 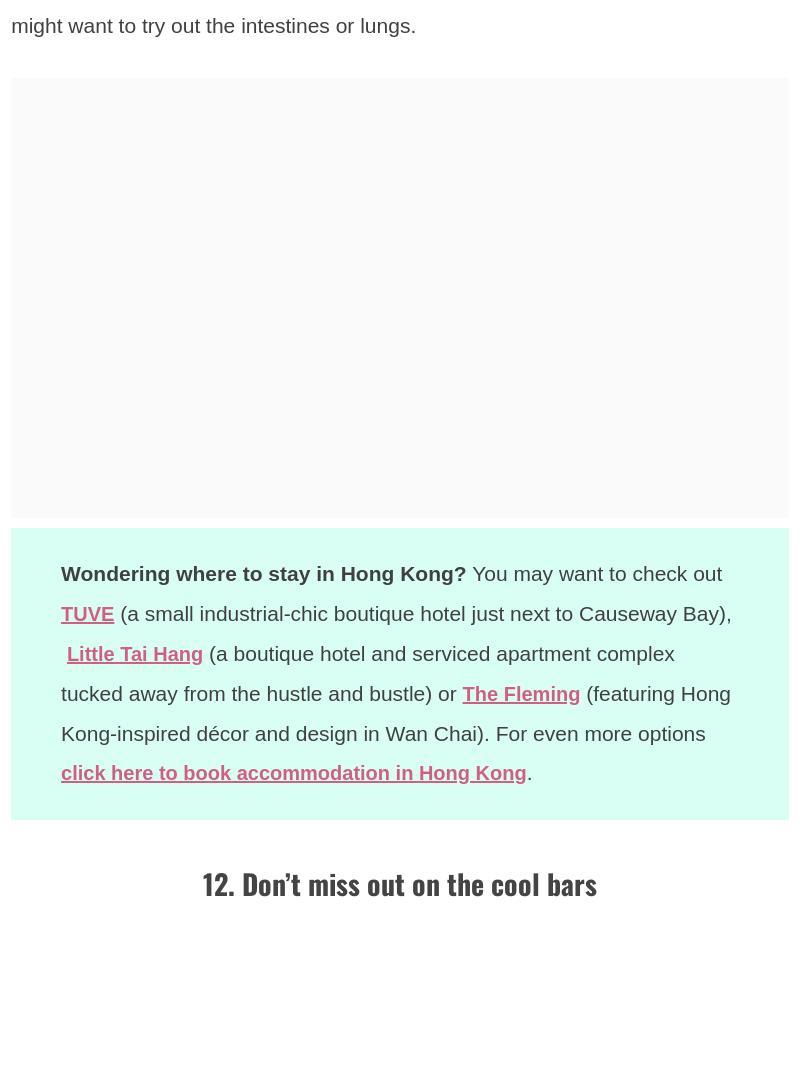 What do you see at coordinates (400, 881) in the screenshot?
I see `'12. Don’t miss out on the cool bars'` at bounding box center [400, 881].